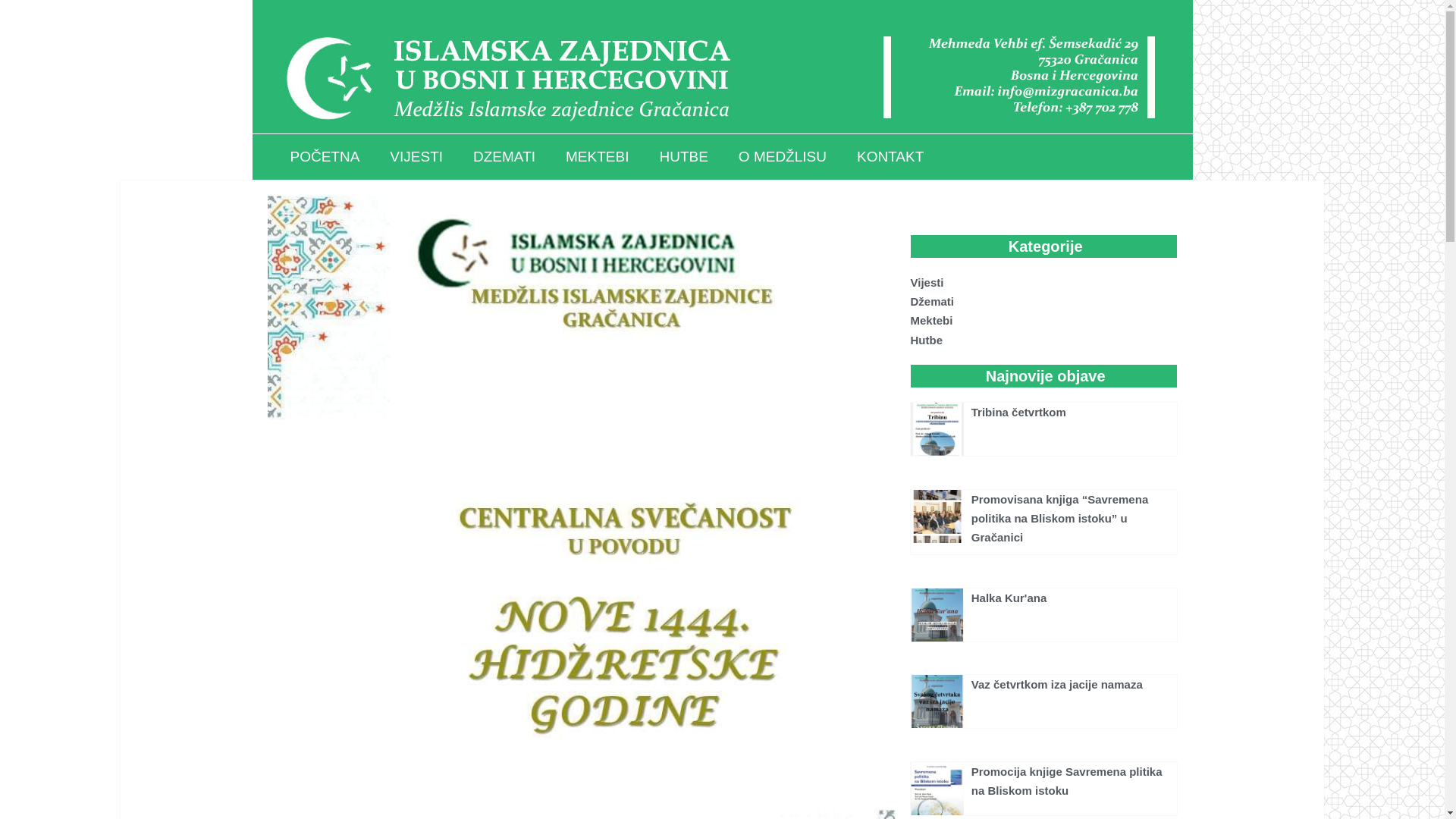 The width and height of the screenshot is (1456, 819). I want to click on 'Halka Kur'ana', so click(971, 597).